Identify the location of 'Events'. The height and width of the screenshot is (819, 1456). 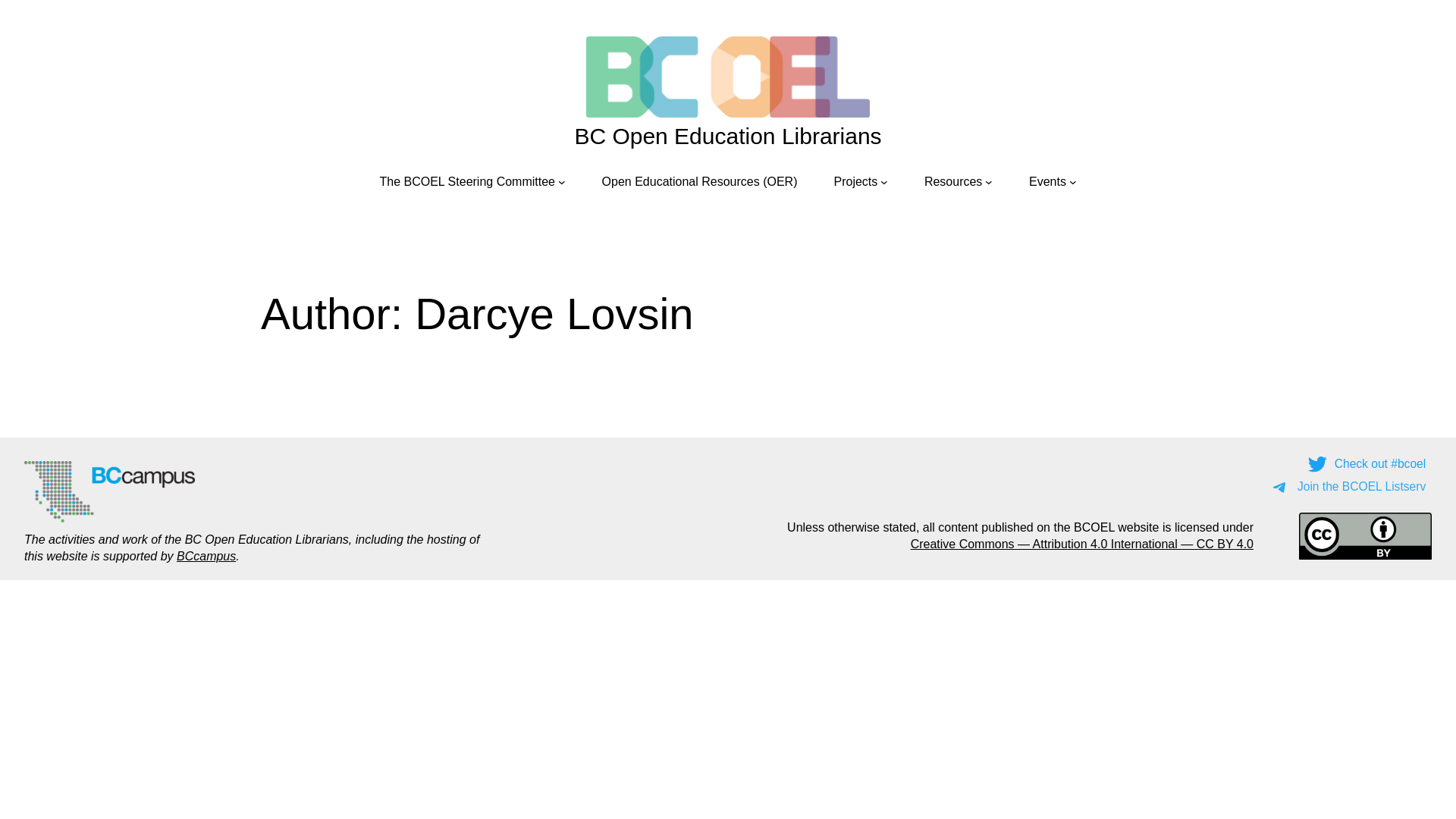
(1029, 180).